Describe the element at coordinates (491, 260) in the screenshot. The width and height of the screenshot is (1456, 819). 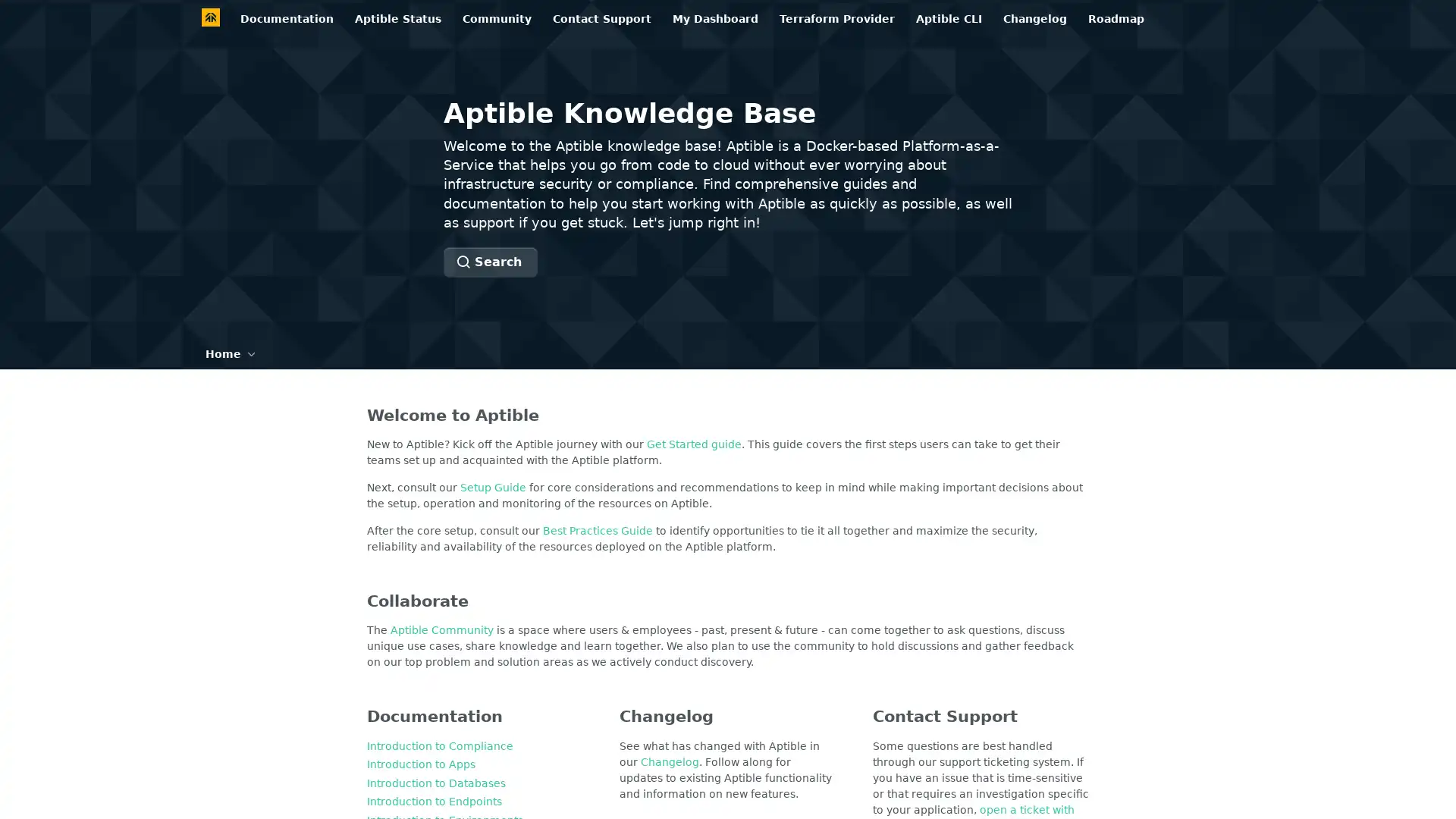
I see `Search` at that location.